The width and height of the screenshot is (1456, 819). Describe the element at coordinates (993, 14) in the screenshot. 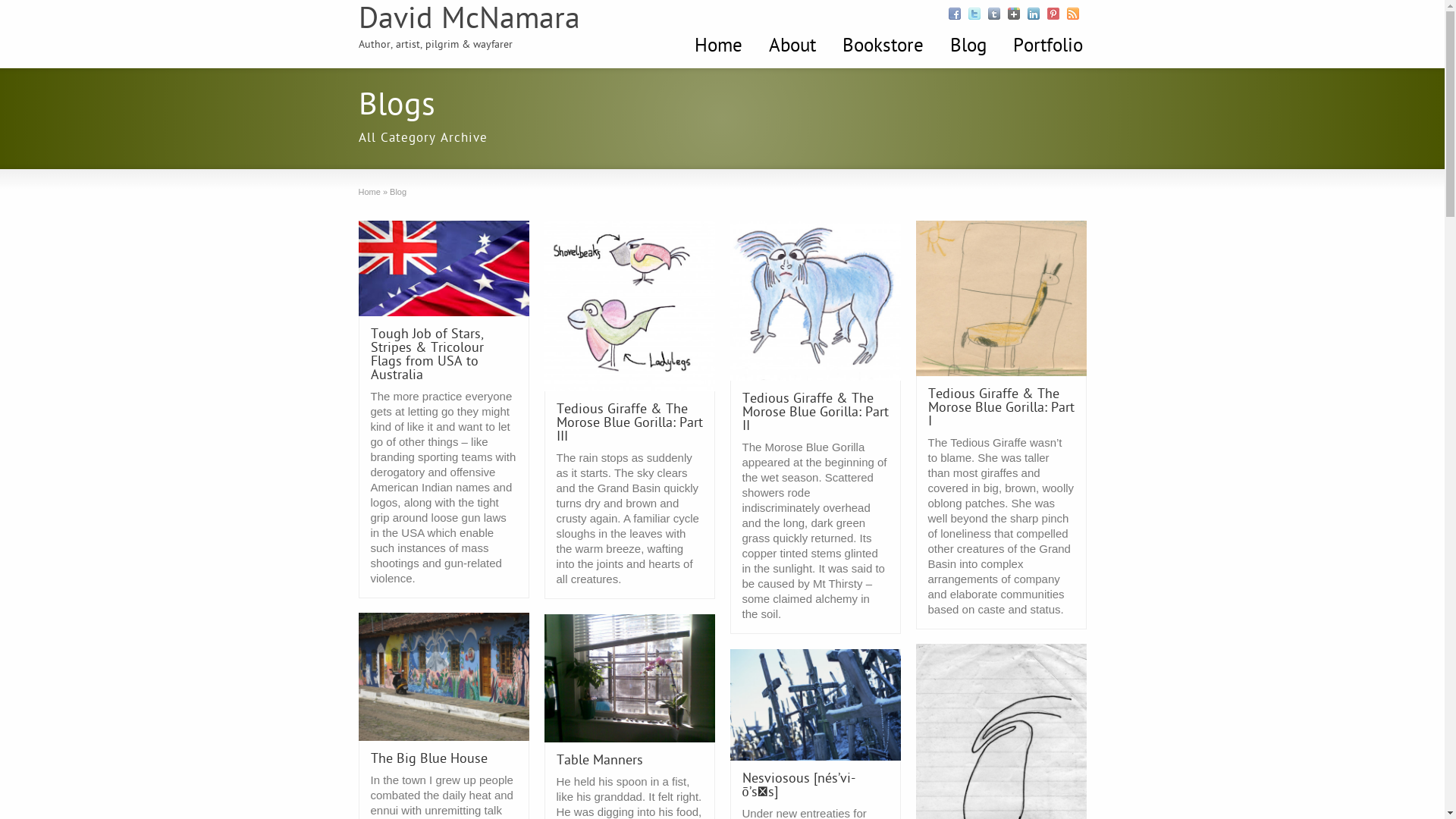

I see `'Follow Me Tumblr'` at that location.